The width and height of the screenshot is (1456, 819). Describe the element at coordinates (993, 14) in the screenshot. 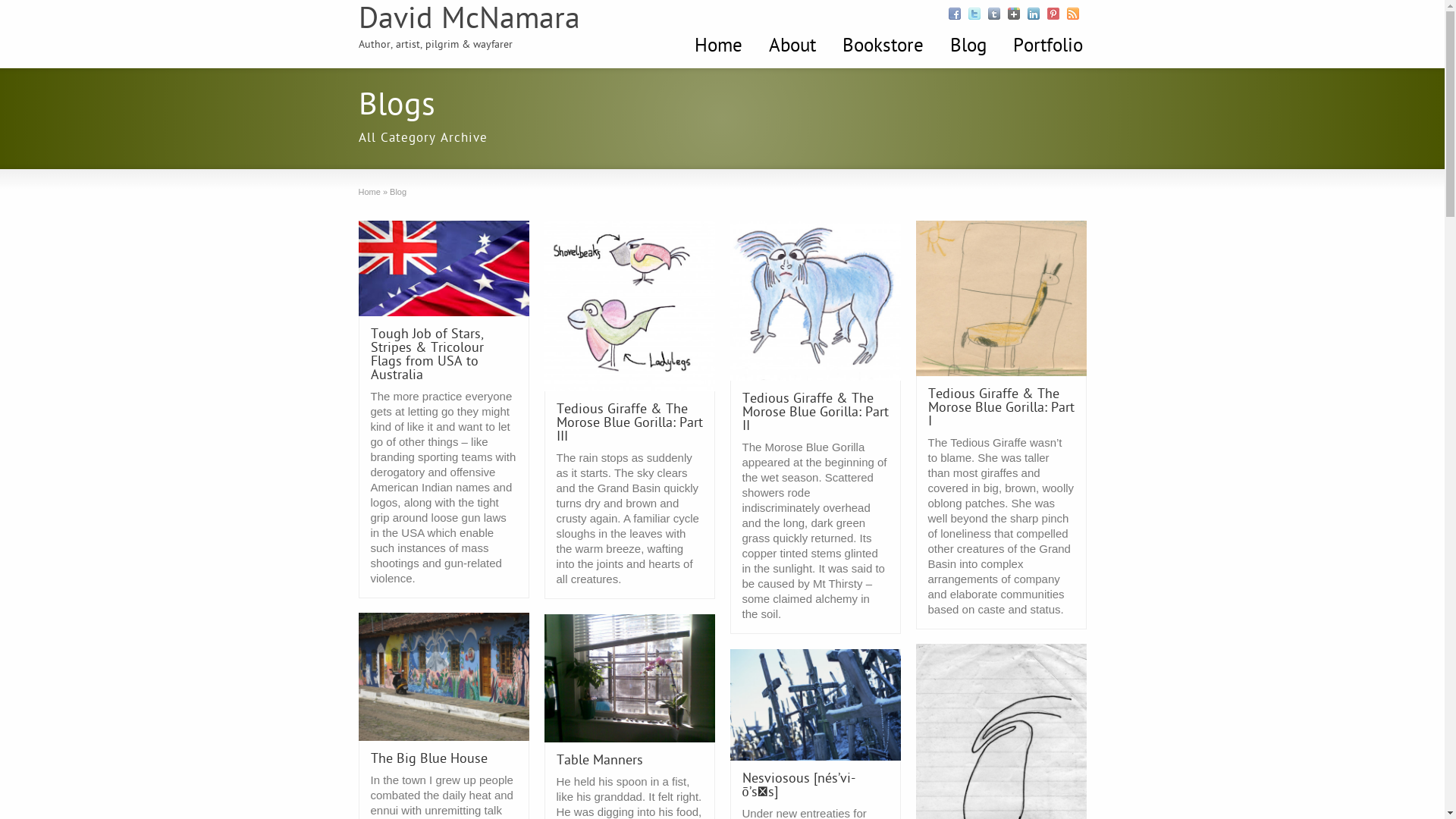

I see `'Follow Me Tumblr'` at that location.